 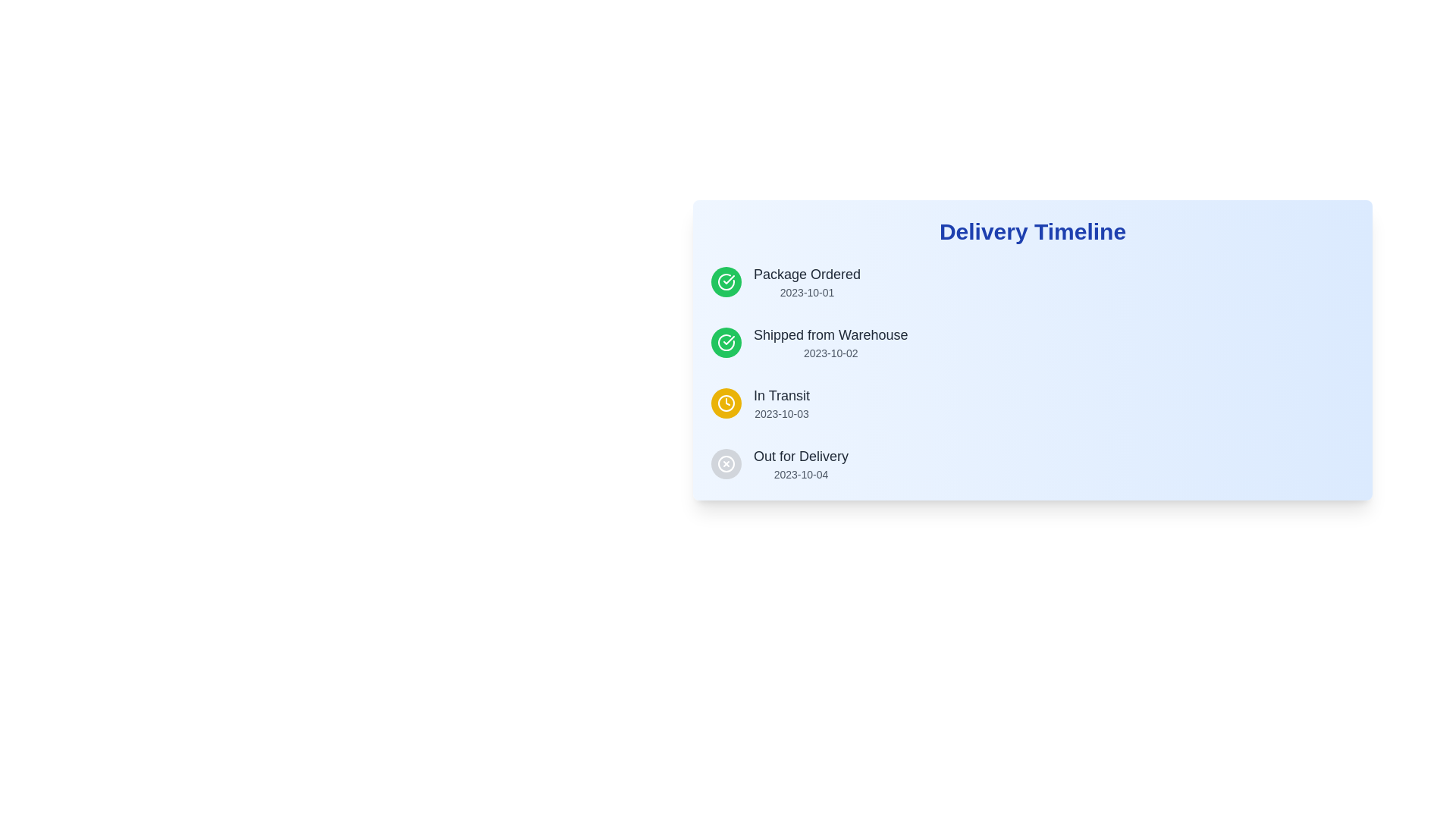 I want to click on date text label that is located directly beneath the 'Shipped from Warehouse' label in the delivery timeline, which is the second milestone's date, so click(x=830, y=353).